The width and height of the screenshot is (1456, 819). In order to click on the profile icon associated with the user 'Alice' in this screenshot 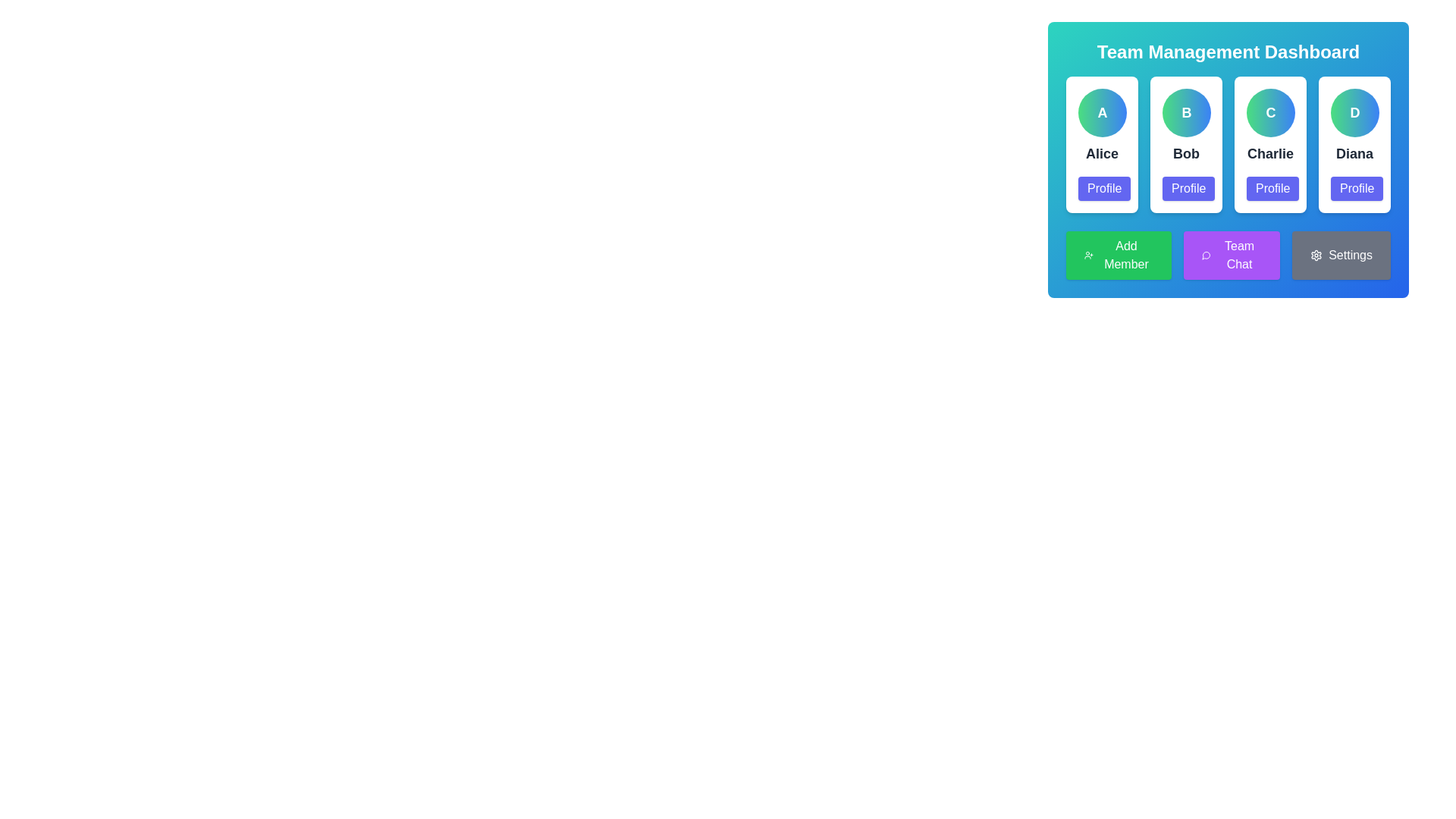, I will do `click(1103, 112)`.